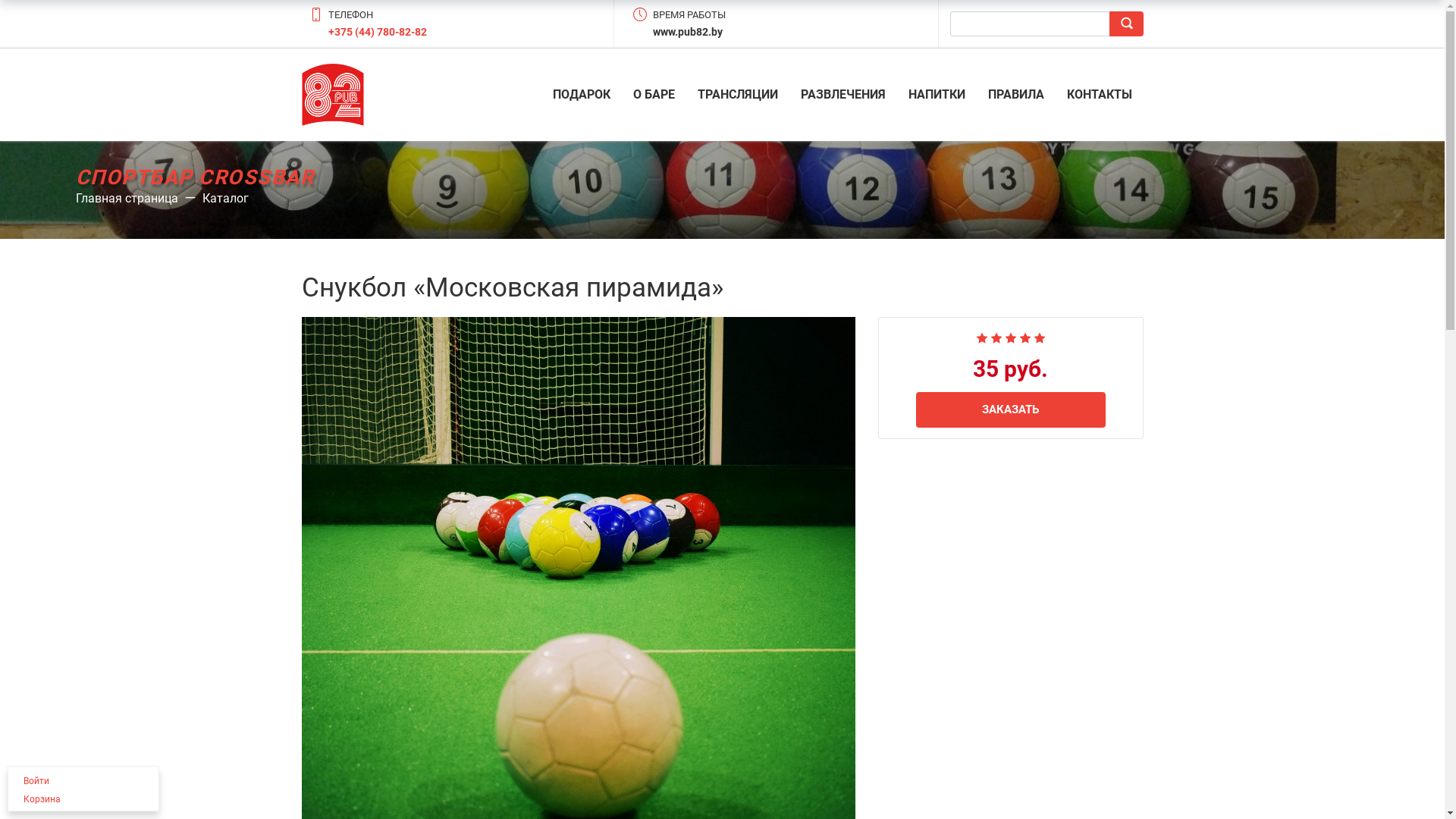 Image resolution: width=1456 pixels, height=819 pixels. I want to click on '1', so click(981, 335).